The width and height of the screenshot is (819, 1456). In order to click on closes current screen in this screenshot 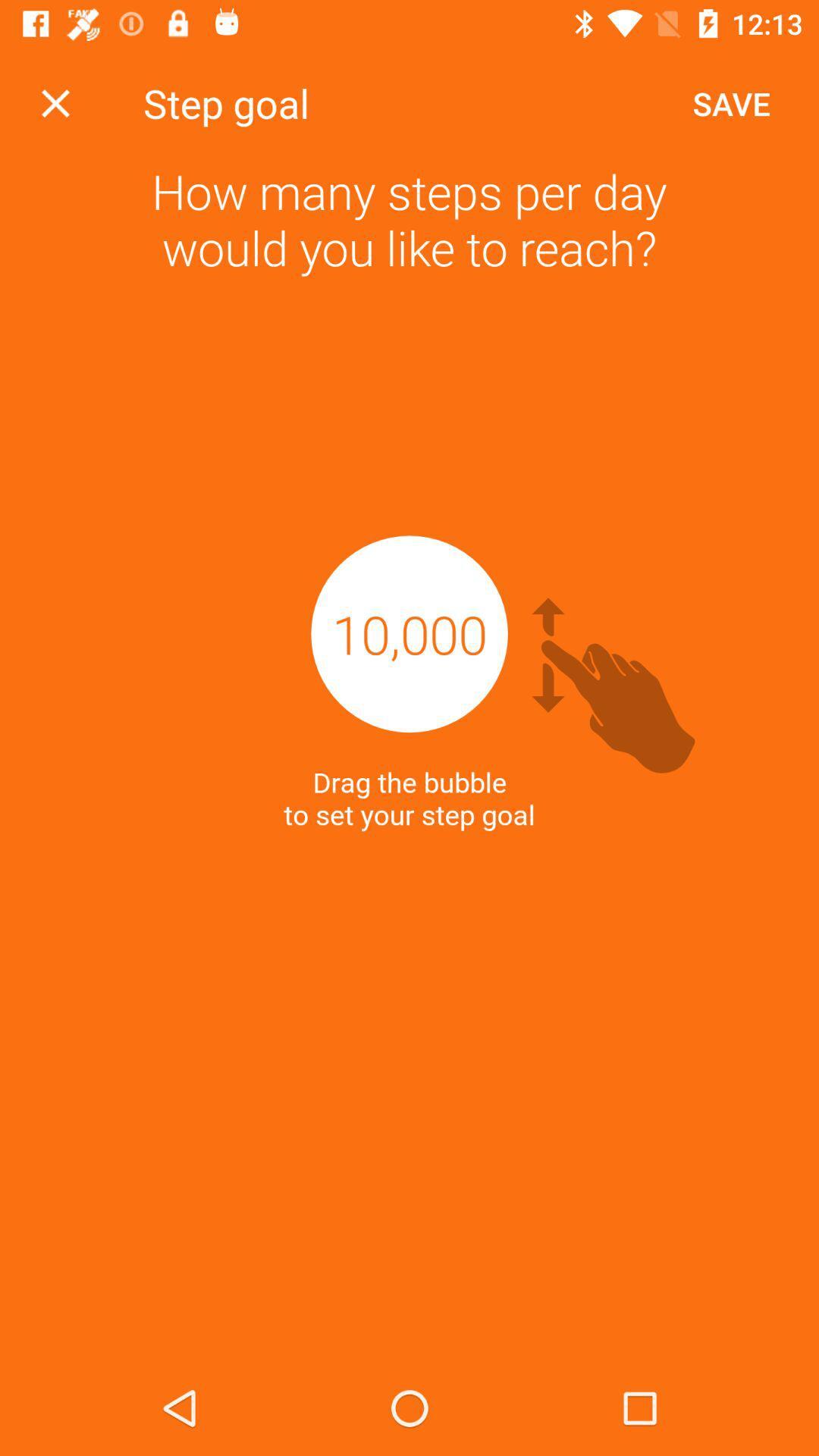, I will do `click(55, 102)`.